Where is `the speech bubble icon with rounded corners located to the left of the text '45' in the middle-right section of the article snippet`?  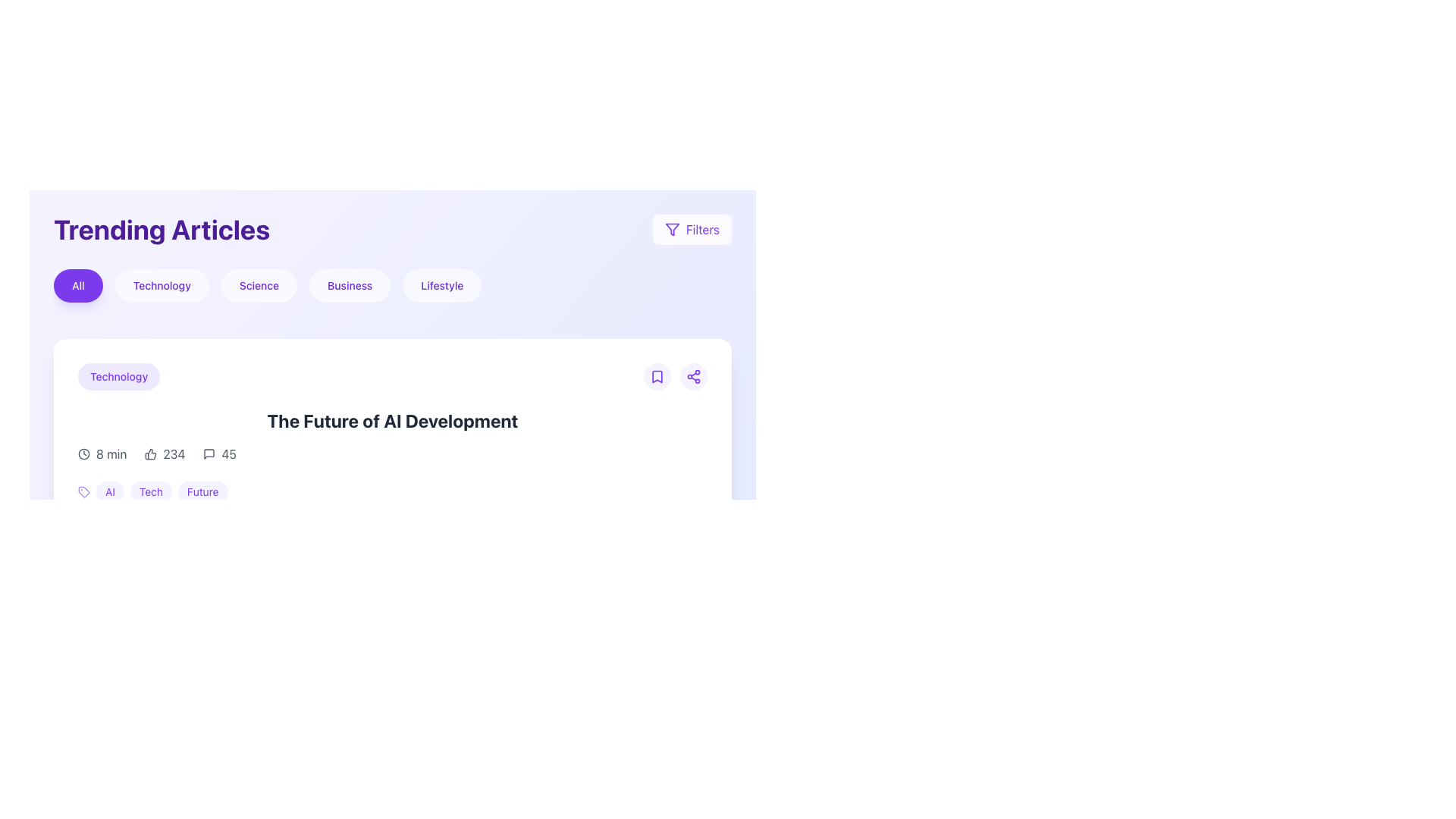 the speech bubble icon with rounded corners located to the left of the text '45' in the middle-right section of the article snippet is located at coordinates (209, 453).